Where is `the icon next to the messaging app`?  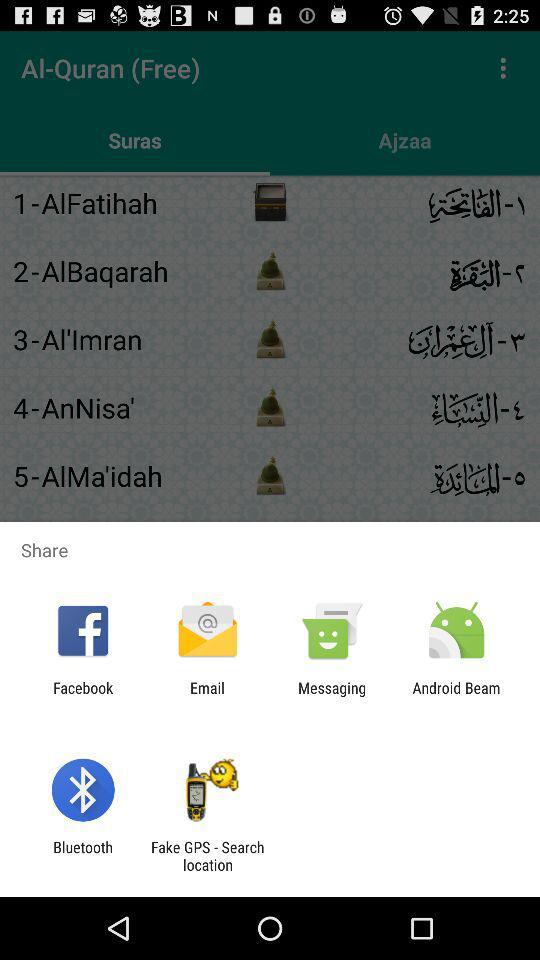 the icon next to the messaging app is located at coordinates (456, 696).